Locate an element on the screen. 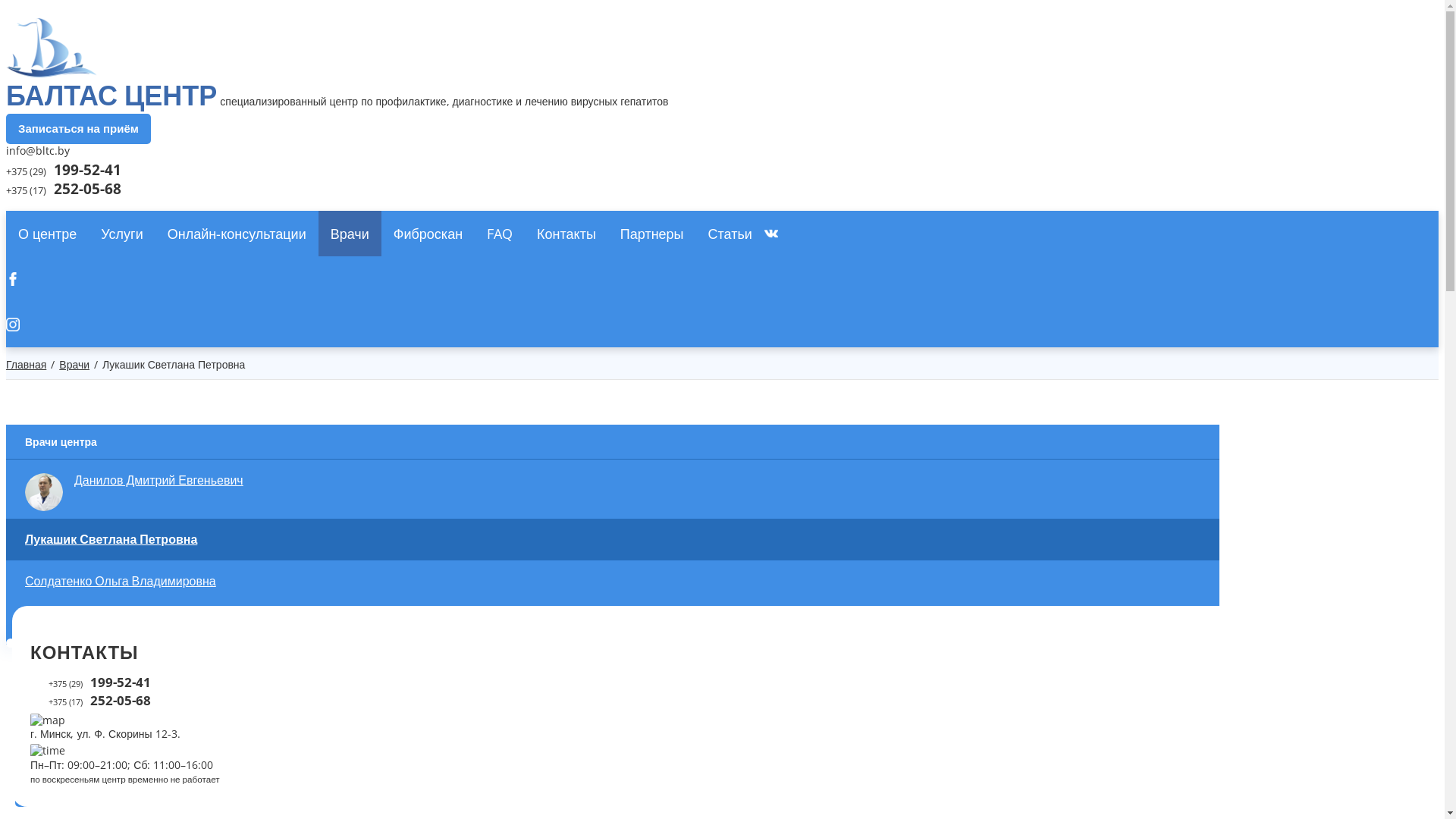 The width and height of the screenshot is (1456, 819). '+375 (17) 252-05-68' is located at coordinates (89, 701).